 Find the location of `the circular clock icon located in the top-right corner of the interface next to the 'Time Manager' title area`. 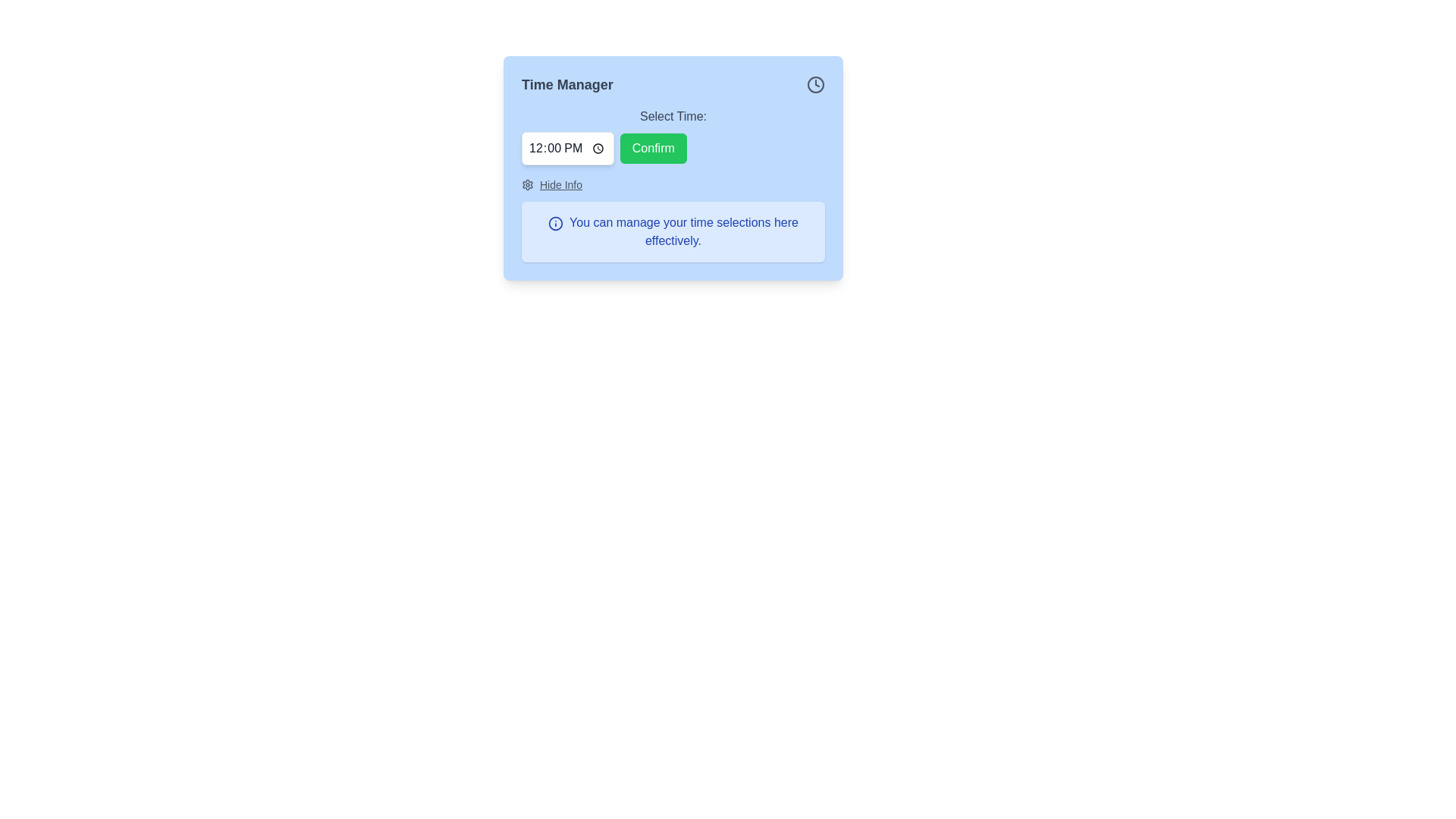

the circular clock icon located in the top-right corner of the interface next to the 'Time Manager' title area is located at coordinates (814, 84).